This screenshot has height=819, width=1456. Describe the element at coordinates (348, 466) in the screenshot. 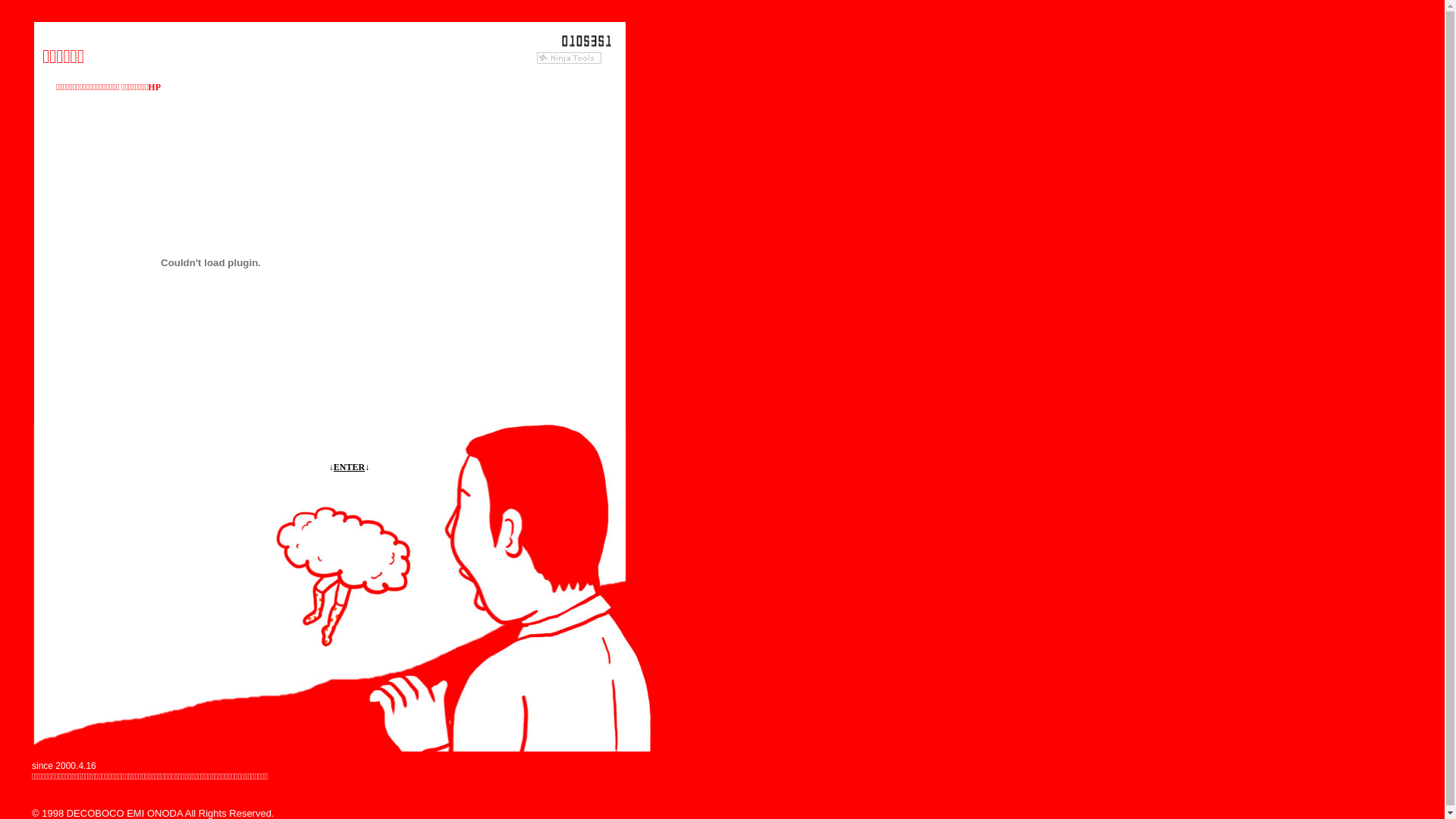

I see `'ENTER'` at that location.